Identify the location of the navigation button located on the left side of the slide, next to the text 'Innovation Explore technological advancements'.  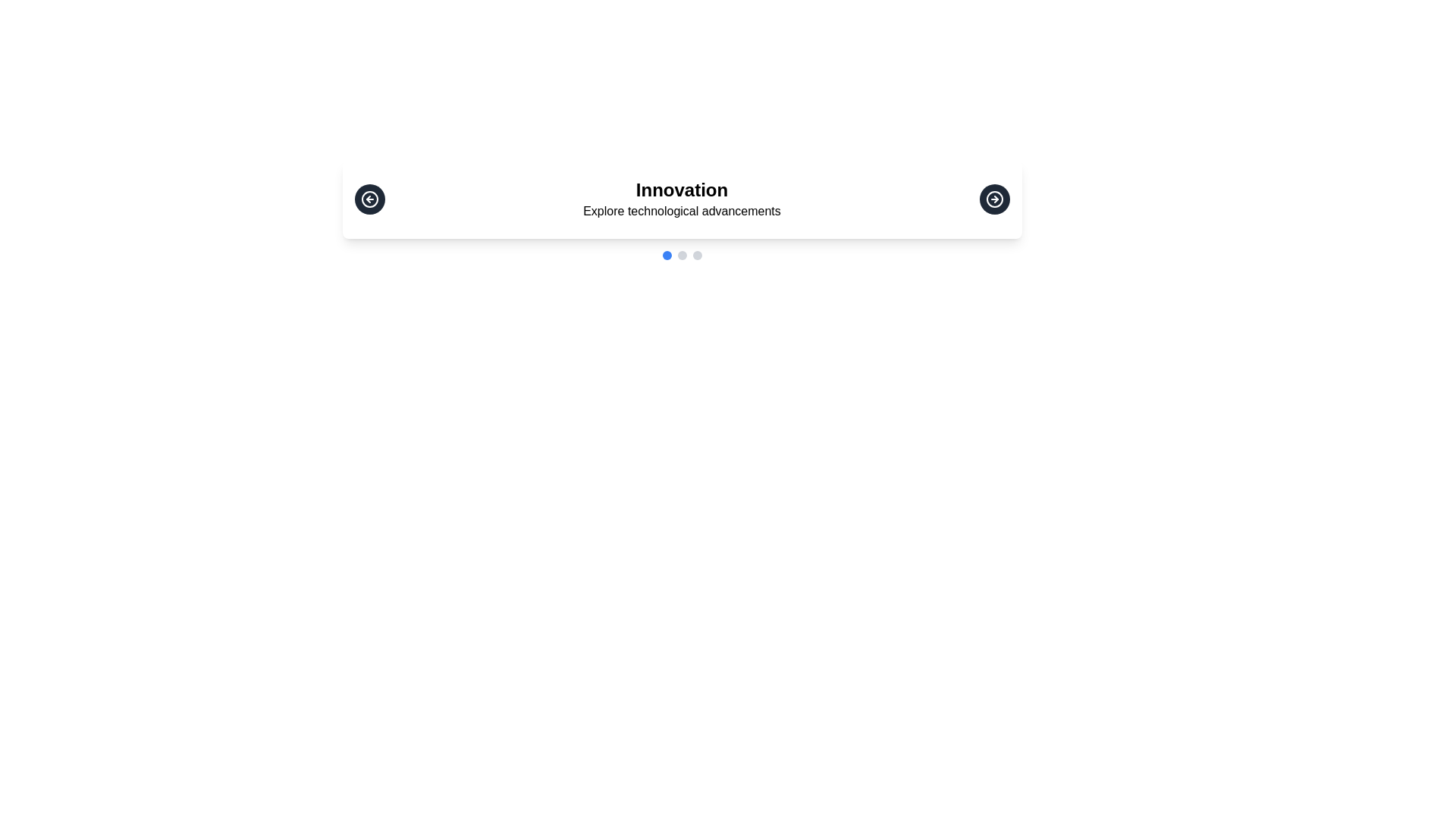
(369, 198).